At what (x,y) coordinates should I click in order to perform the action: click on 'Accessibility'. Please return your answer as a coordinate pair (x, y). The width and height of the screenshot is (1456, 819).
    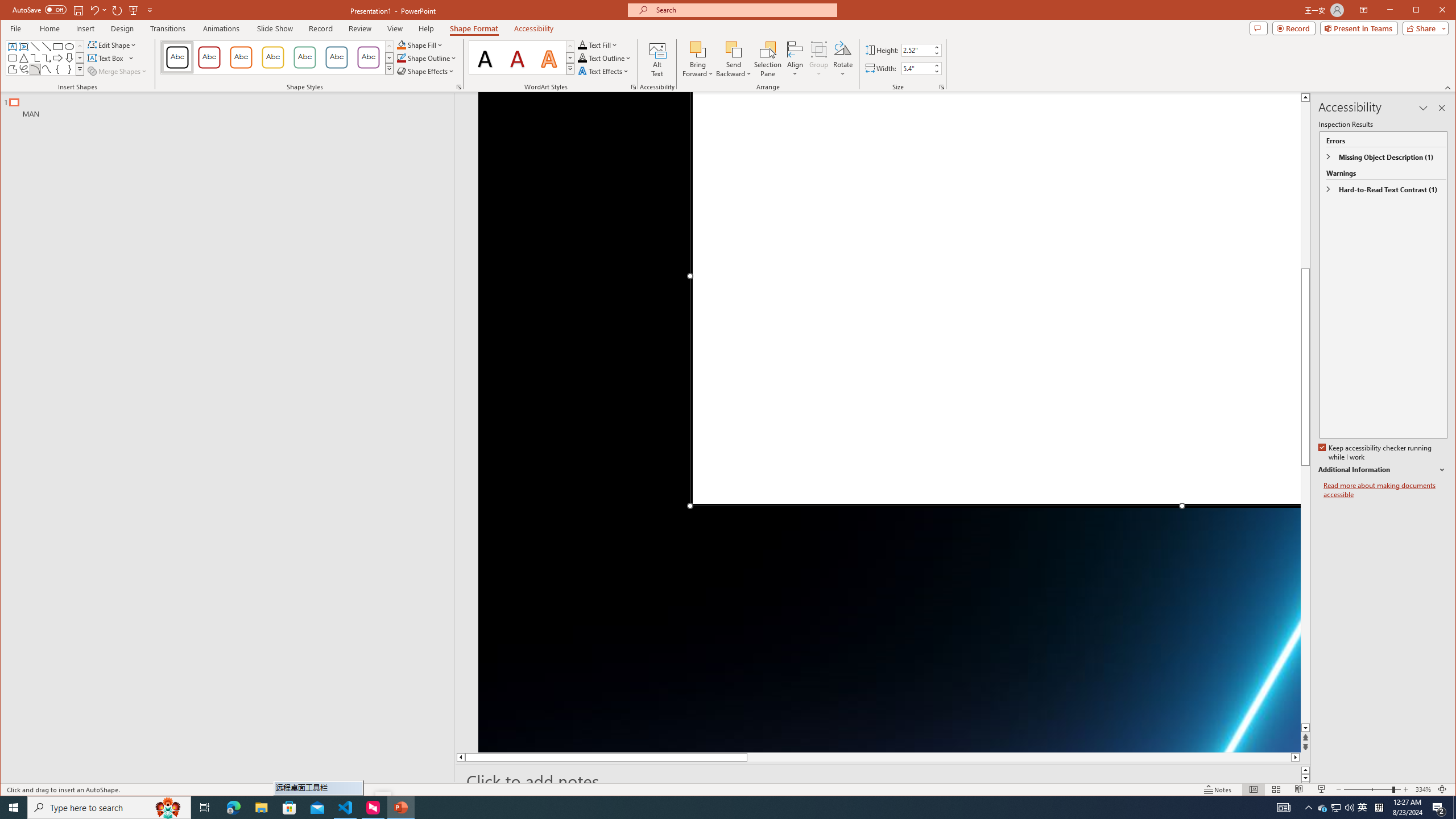
    Looking at the image, I should click on (533, 28).